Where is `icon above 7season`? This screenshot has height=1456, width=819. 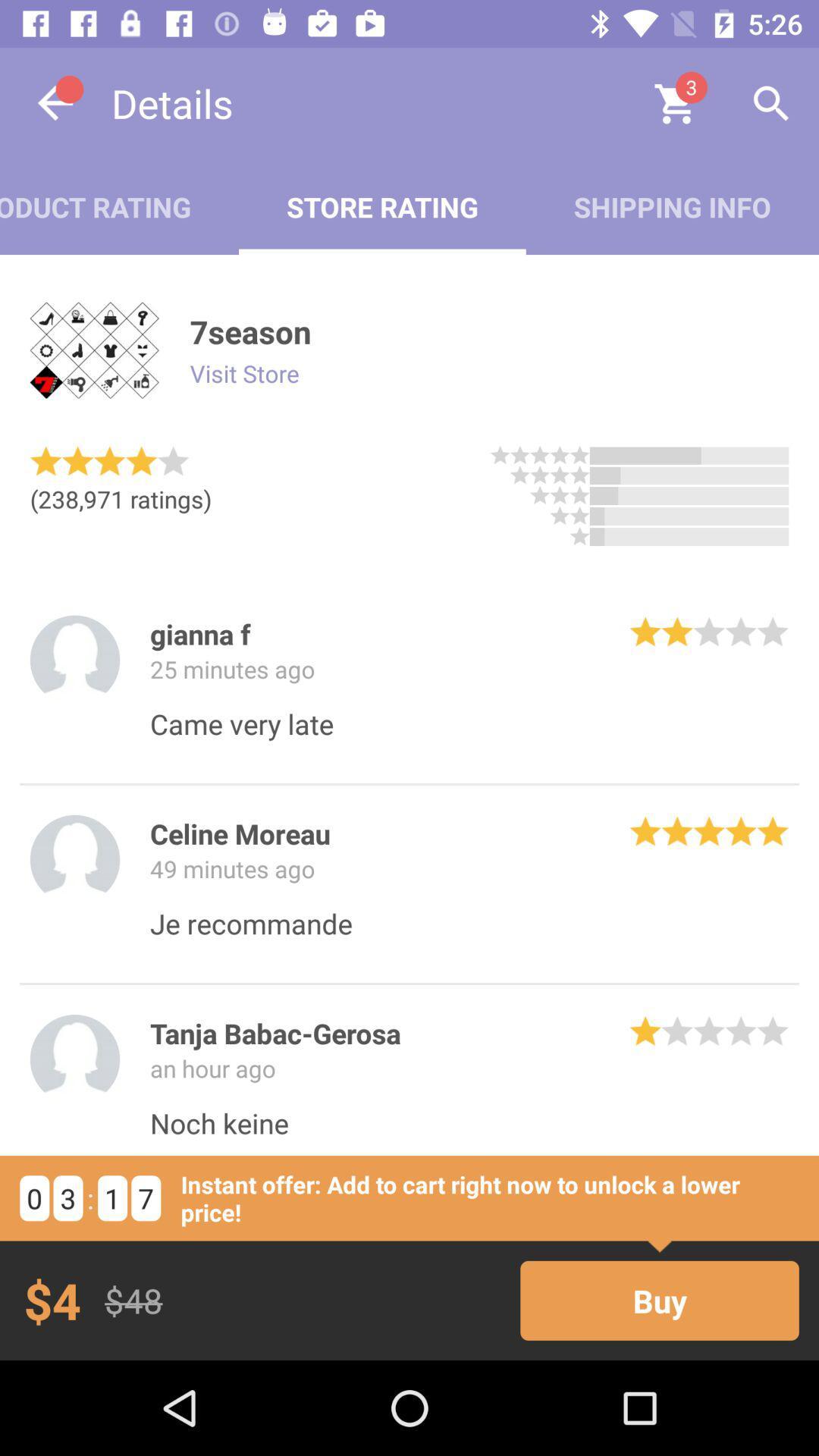
icon above 7season is located at coordinates (671, 206).